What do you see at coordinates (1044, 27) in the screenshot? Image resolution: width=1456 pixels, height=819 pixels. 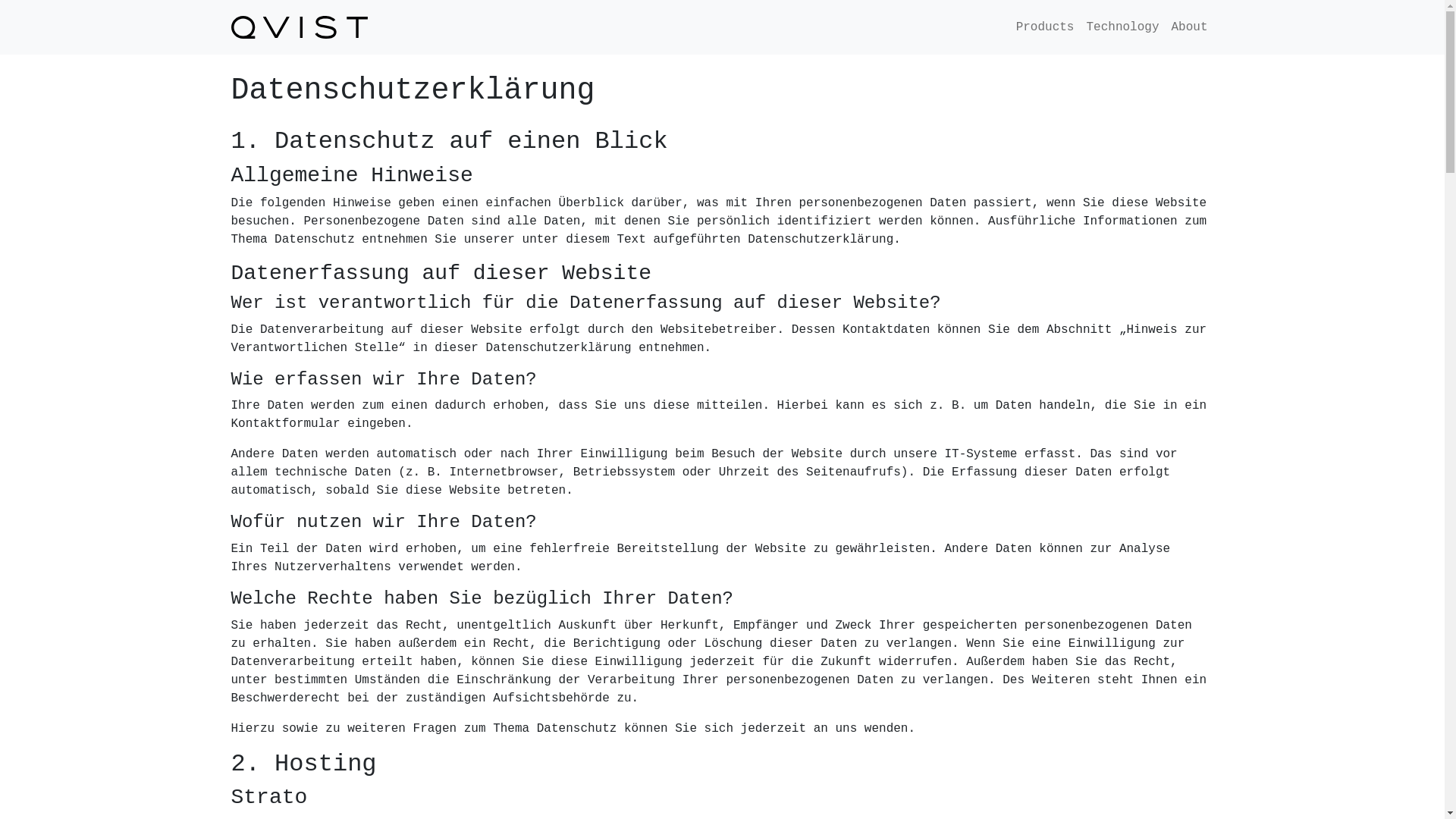 I see `'Products'` at bounding box center [1044, 27].